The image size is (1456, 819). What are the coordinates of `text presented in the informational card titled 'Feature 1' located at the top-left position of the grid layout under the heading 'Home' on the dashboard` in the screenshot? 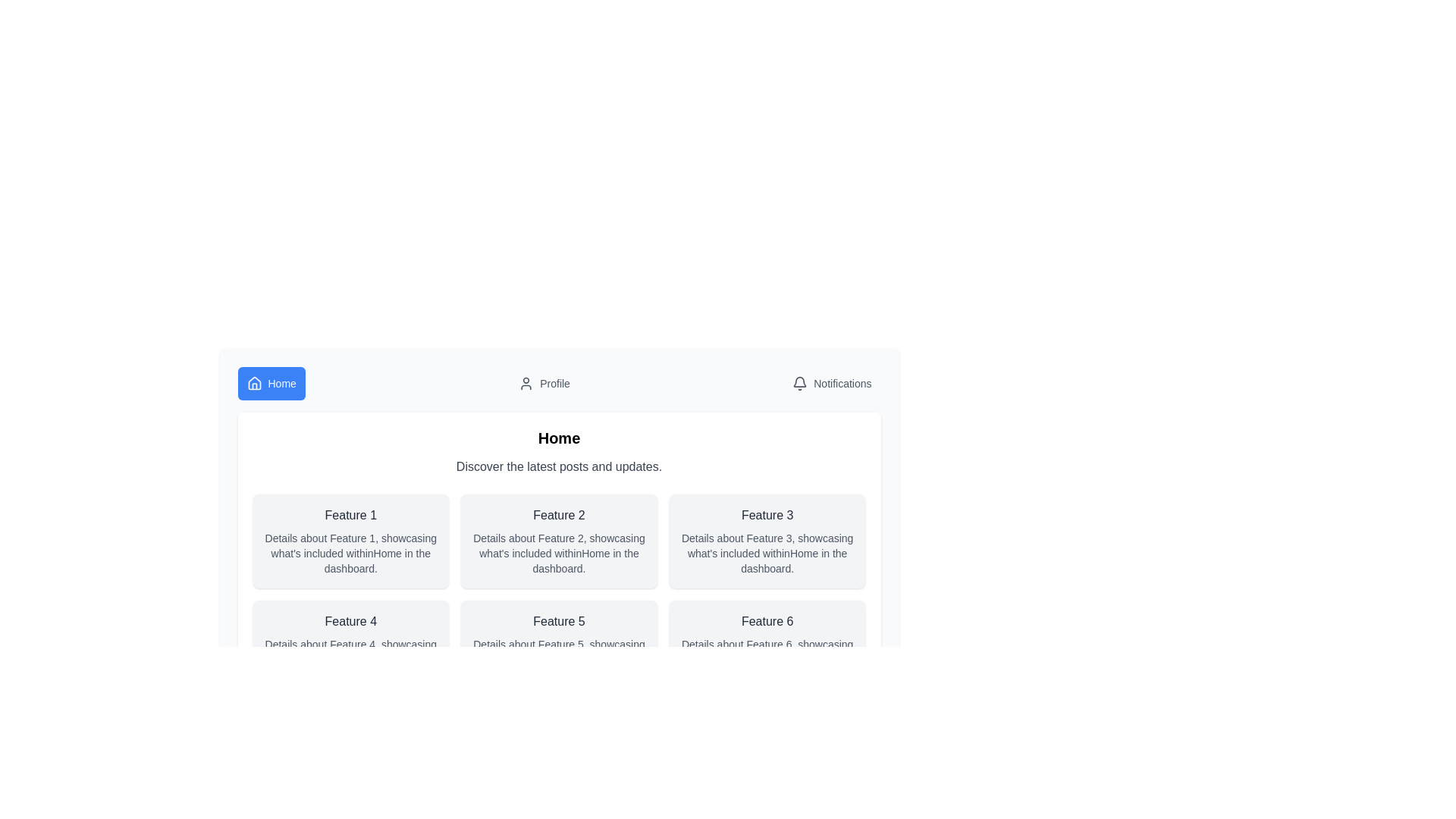 It's located at (350, 540).